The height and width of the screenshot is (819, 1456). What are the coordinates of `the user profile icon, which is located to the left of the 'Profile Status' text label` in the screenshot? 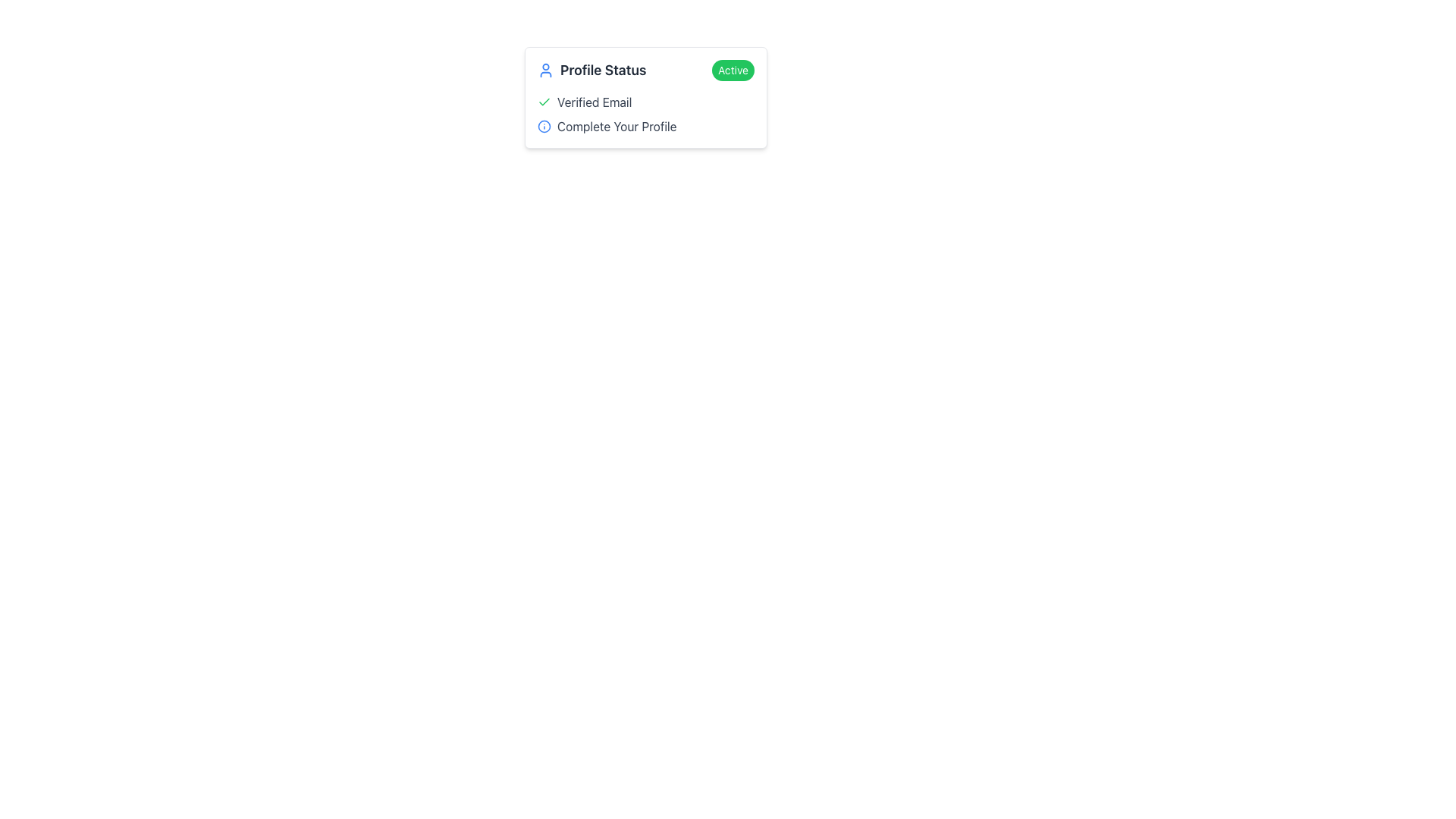 It's located at (546, 70).